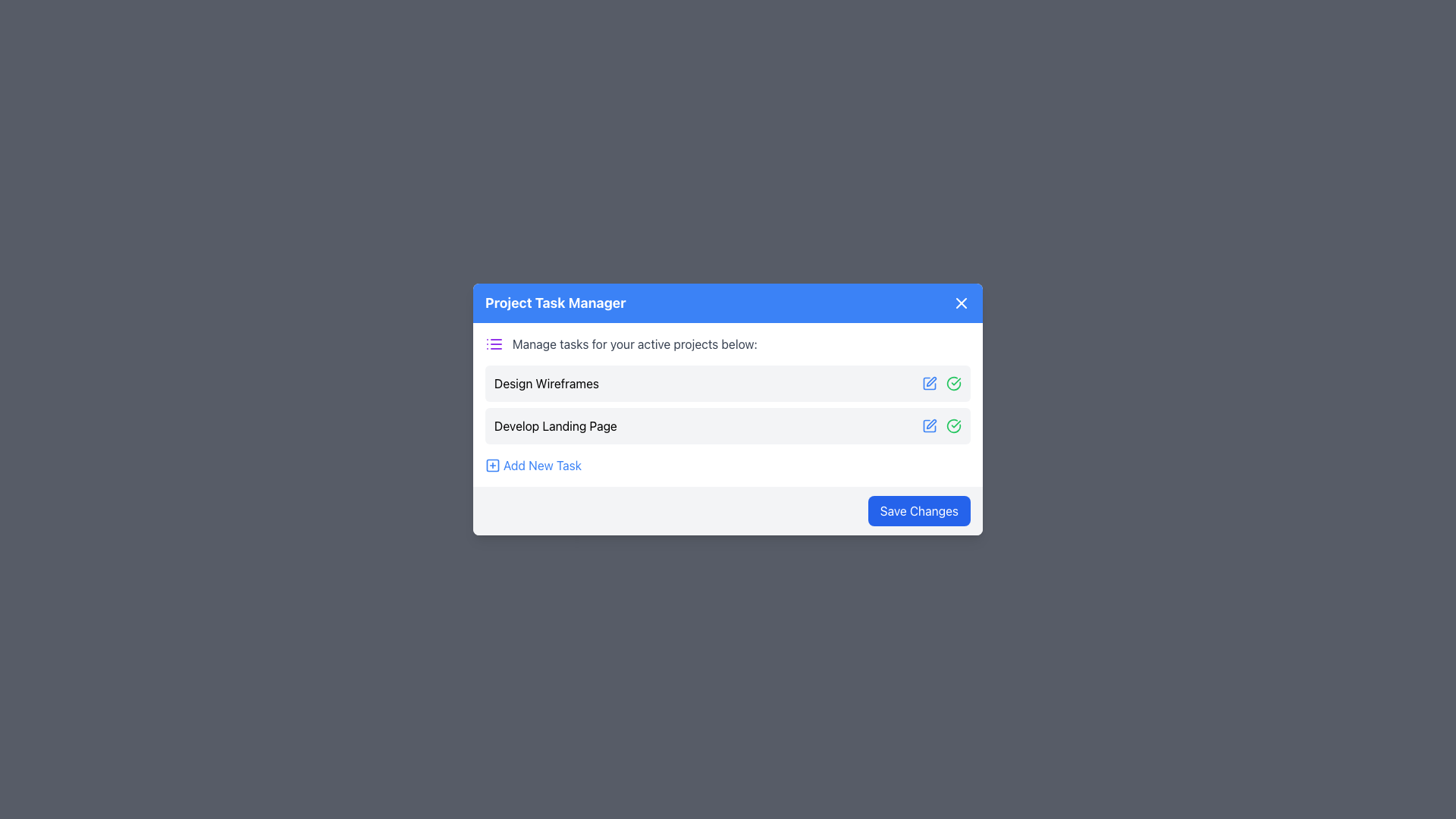 This screenshot has height=819, width=1456. Describe the element at coordinates (533, 464) in the screenshot. I see `the 'Add New Task' button, which consists of blue text and a blue outlined square icon with a plus sign` at that location.